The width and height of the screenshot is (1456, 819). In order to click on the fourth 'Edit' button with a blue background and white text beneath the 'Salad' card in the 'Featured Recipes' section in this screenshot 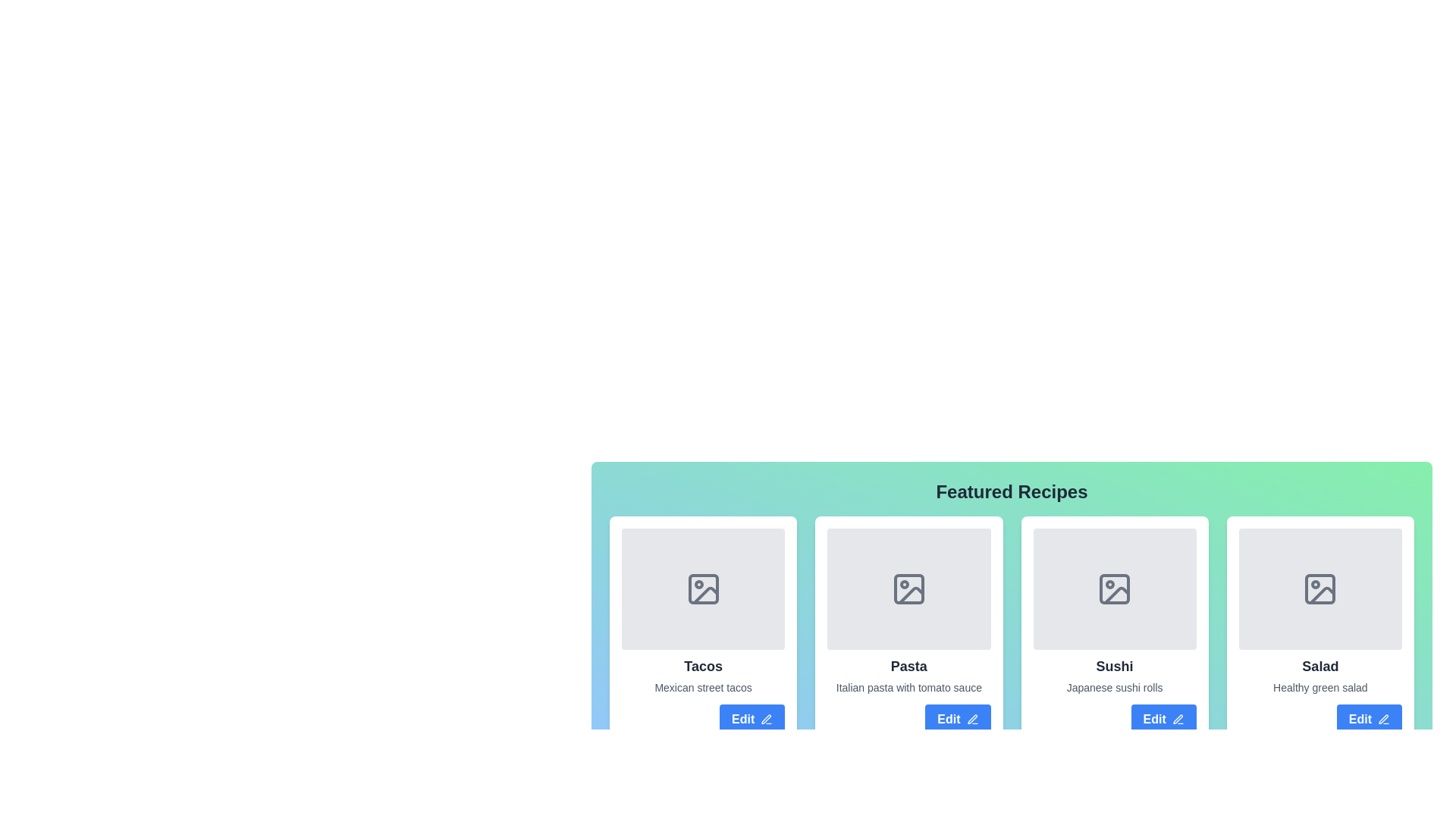, I will do `click(1369, 718)`.